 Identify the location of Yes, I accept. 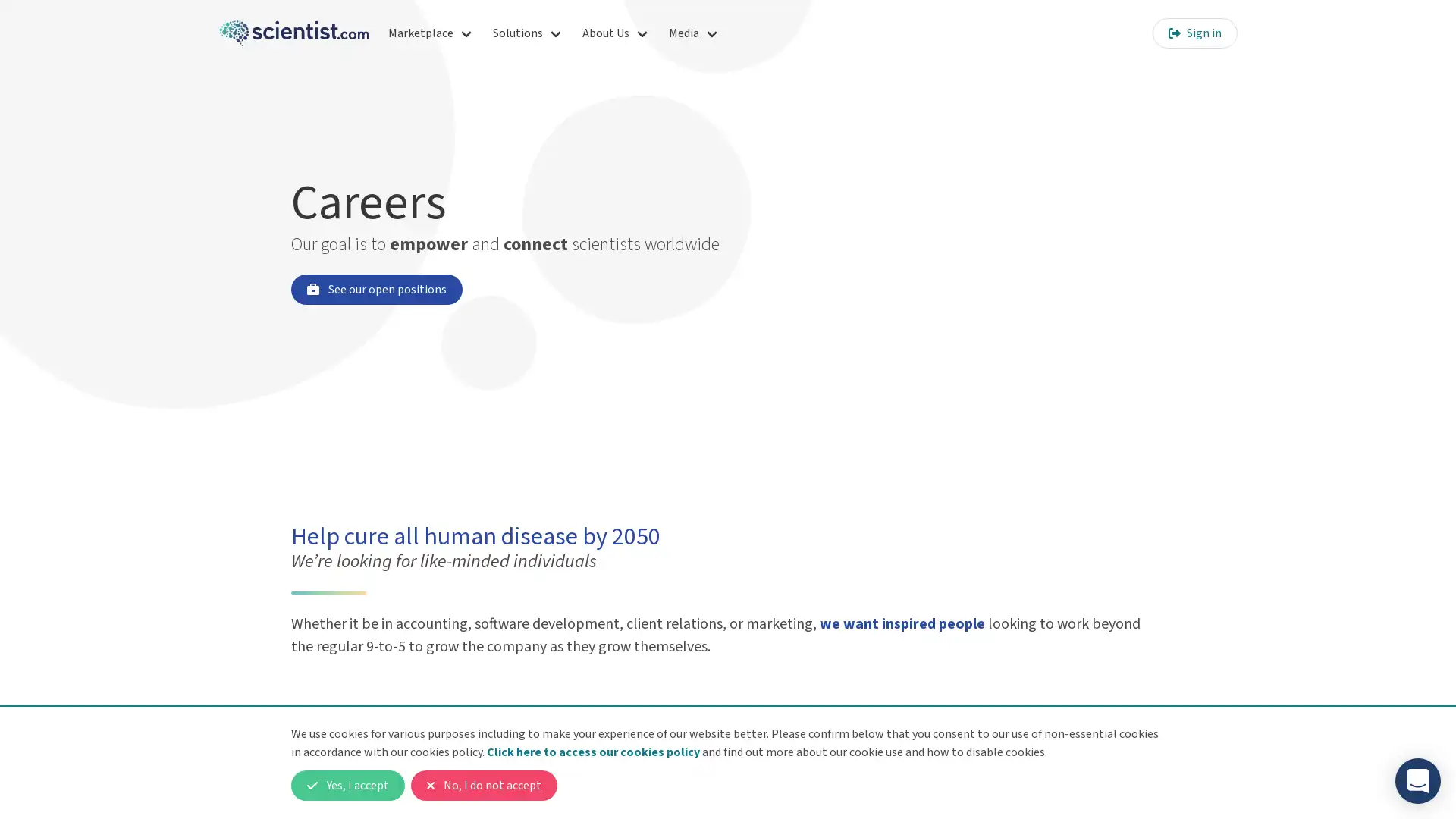
(347, 785).